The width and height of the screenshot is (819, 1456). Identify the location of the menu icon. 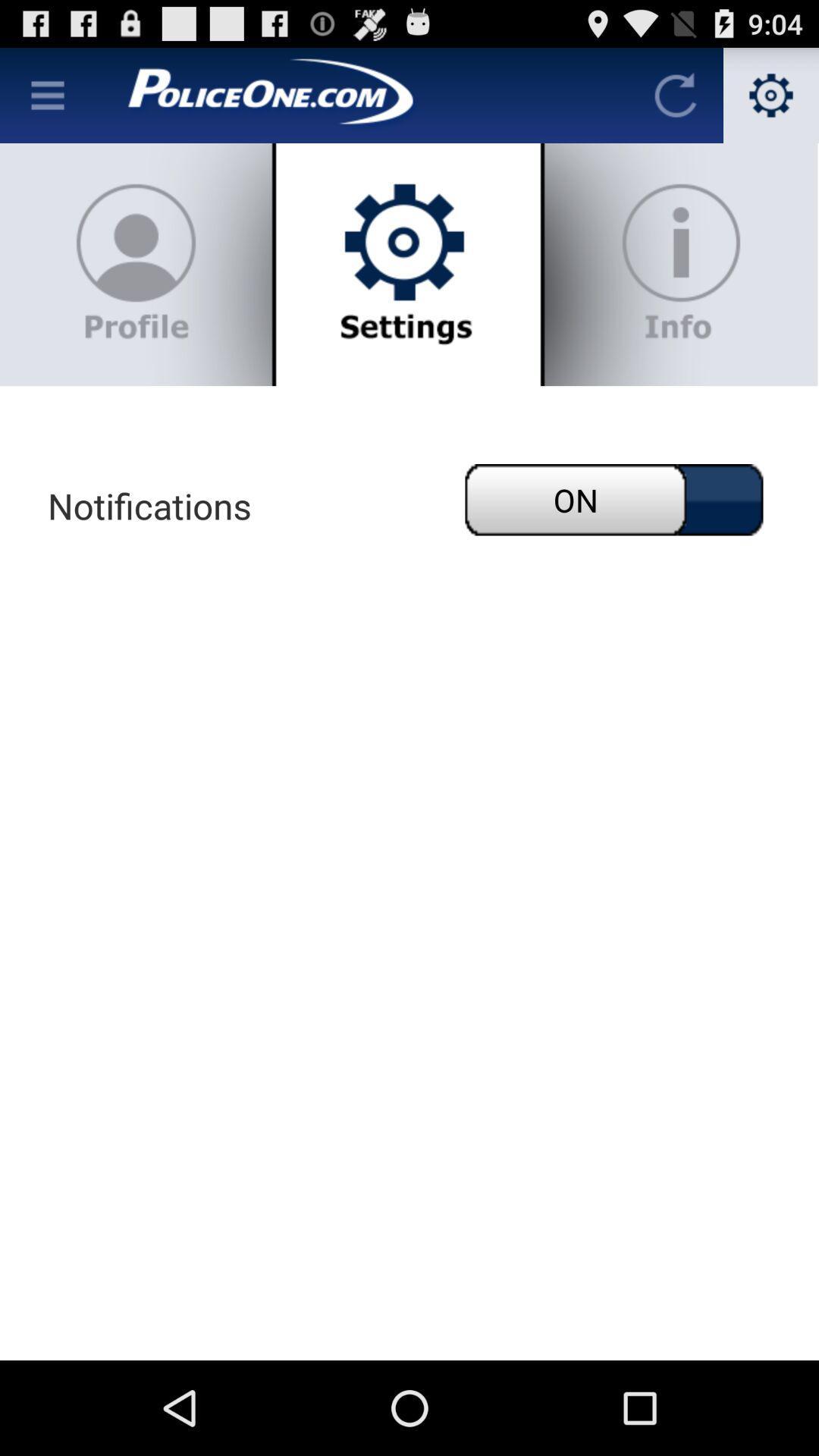
(46, 101).